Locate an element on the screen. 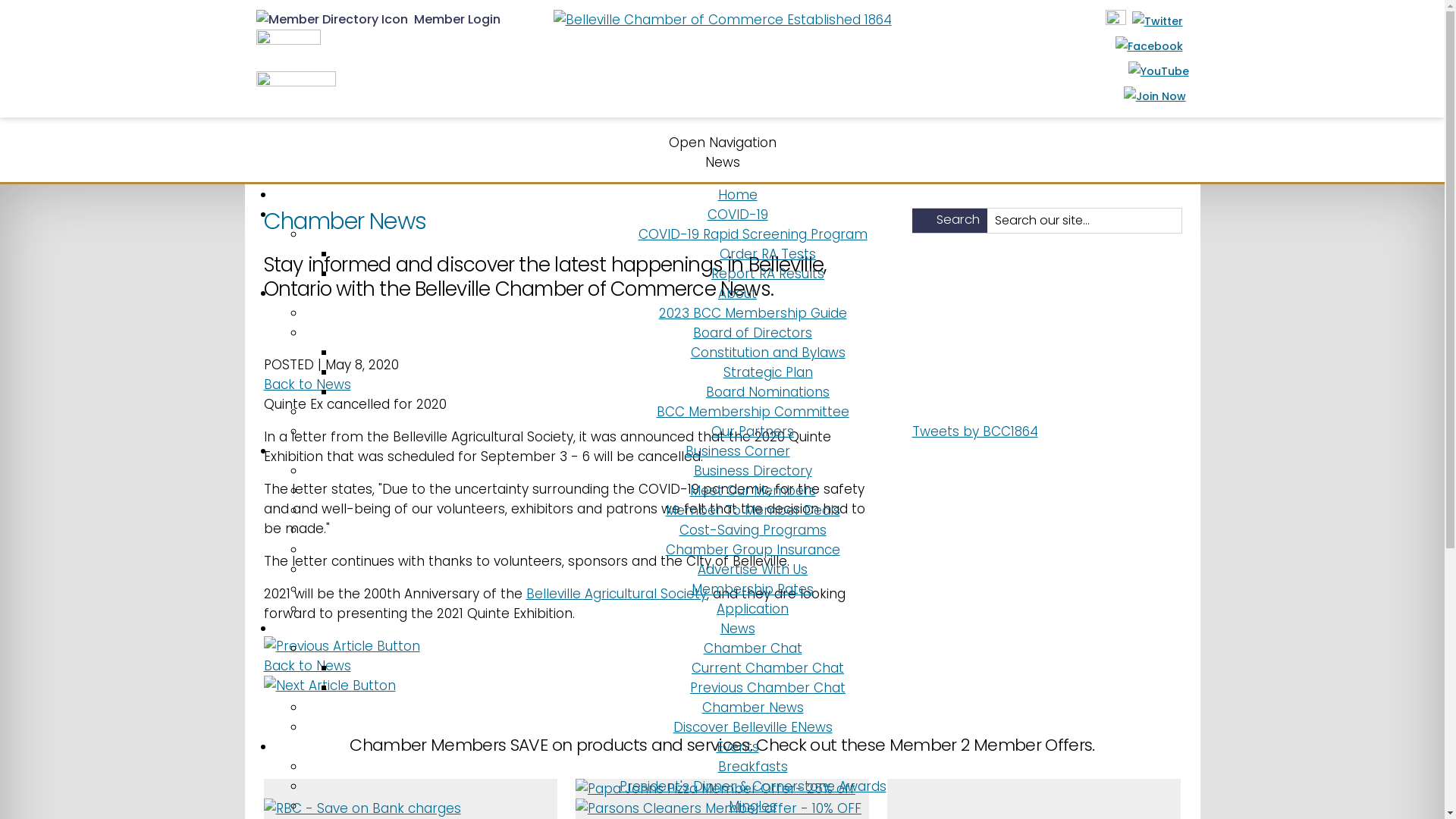 This screenshot has width=1456, height=819. 'COVID-19 Rapid Screening Program' is located at coordinates (753, 234).